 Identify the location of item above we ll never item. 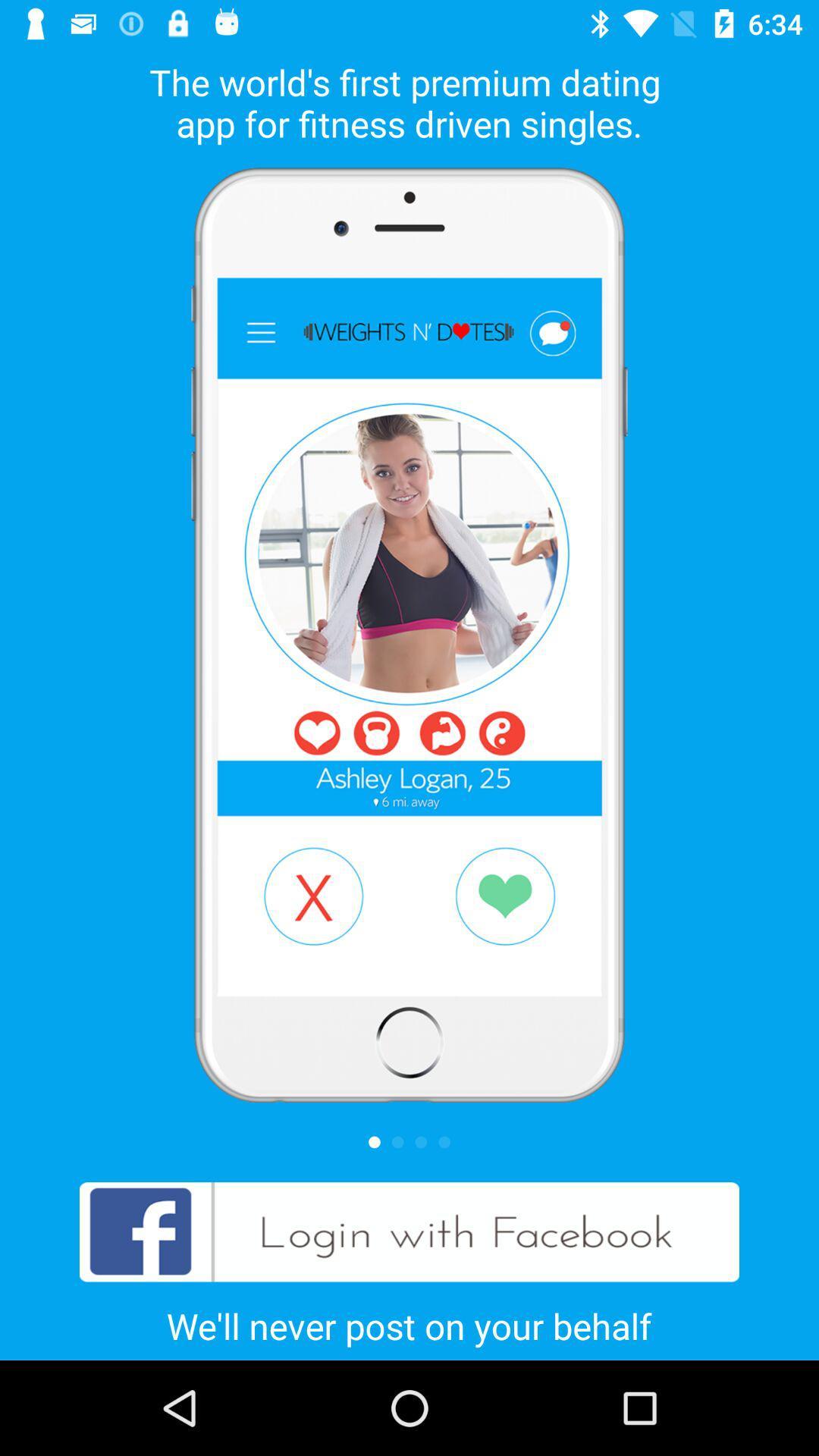
(409, 1232).